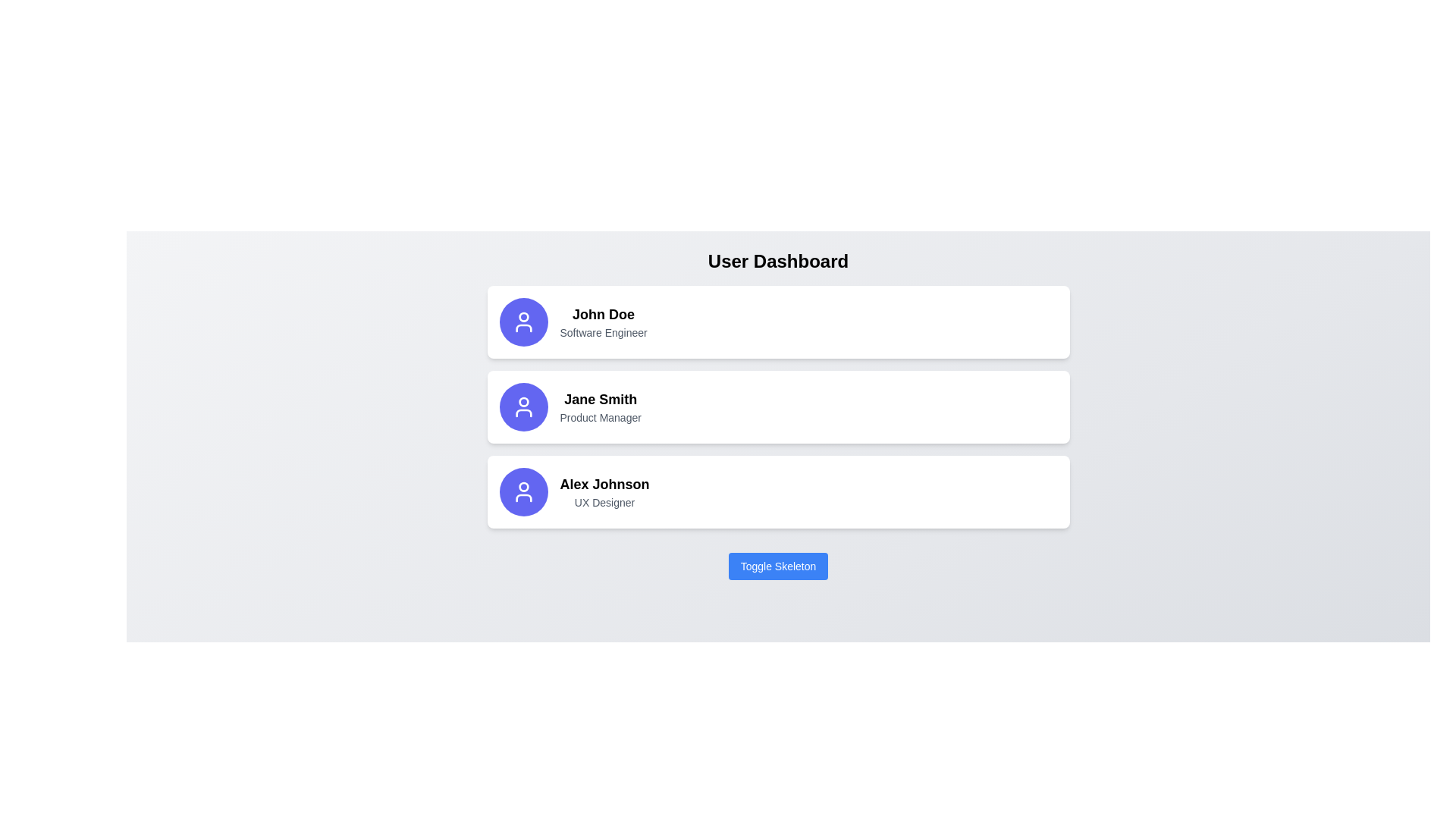 This screenshot has width=1456, height=819. Describe the element at coordinates (600, 406) in the screenshot. I see `the Text Display element that provides information about the user, located in the second row of user profile cards, directly below 'John Doe' and above 'Alex Johnson'` at that location.